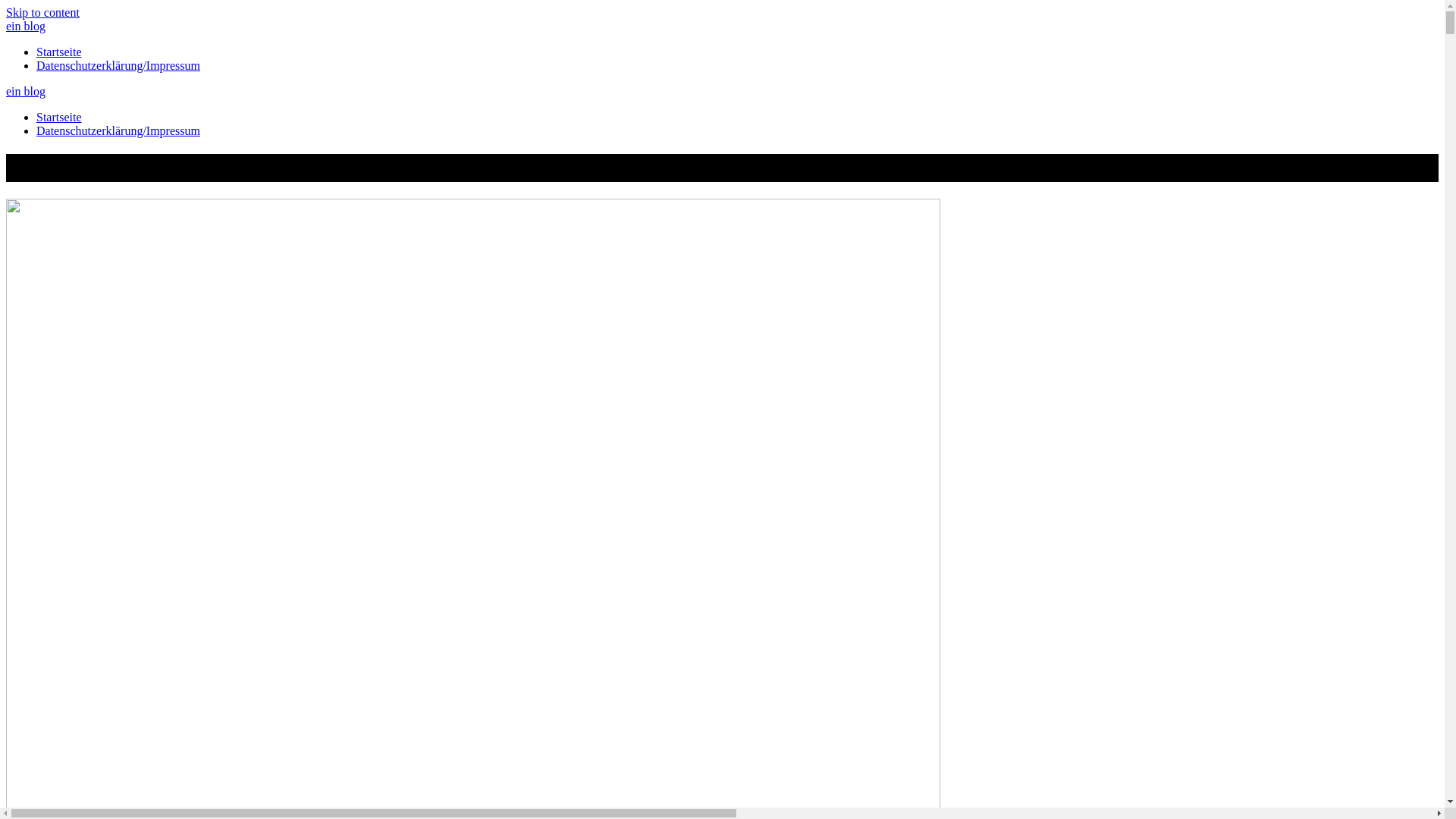 This screenshot has height=819, width=1456. What do you see at coordinates (25, 26) in the screenshot?
I see `'ein blog'` at bounding box center [25, 26].